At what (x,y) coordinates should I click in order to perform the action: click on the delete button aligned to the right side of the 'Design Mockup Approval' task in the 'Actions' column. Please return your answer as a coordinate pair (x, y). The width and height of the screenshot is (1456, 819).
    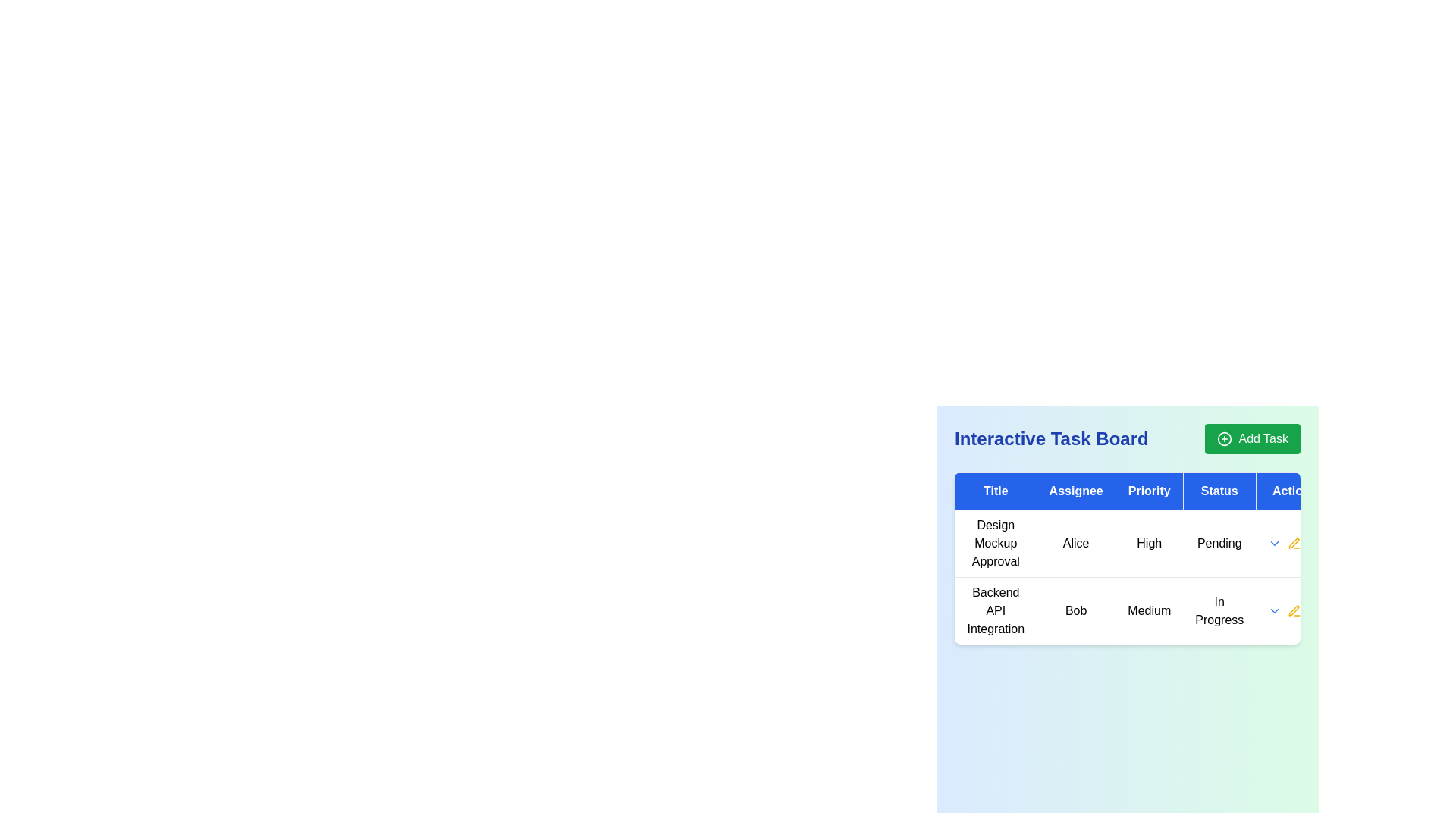
    Looking at the image, I should click on (1313, 543).